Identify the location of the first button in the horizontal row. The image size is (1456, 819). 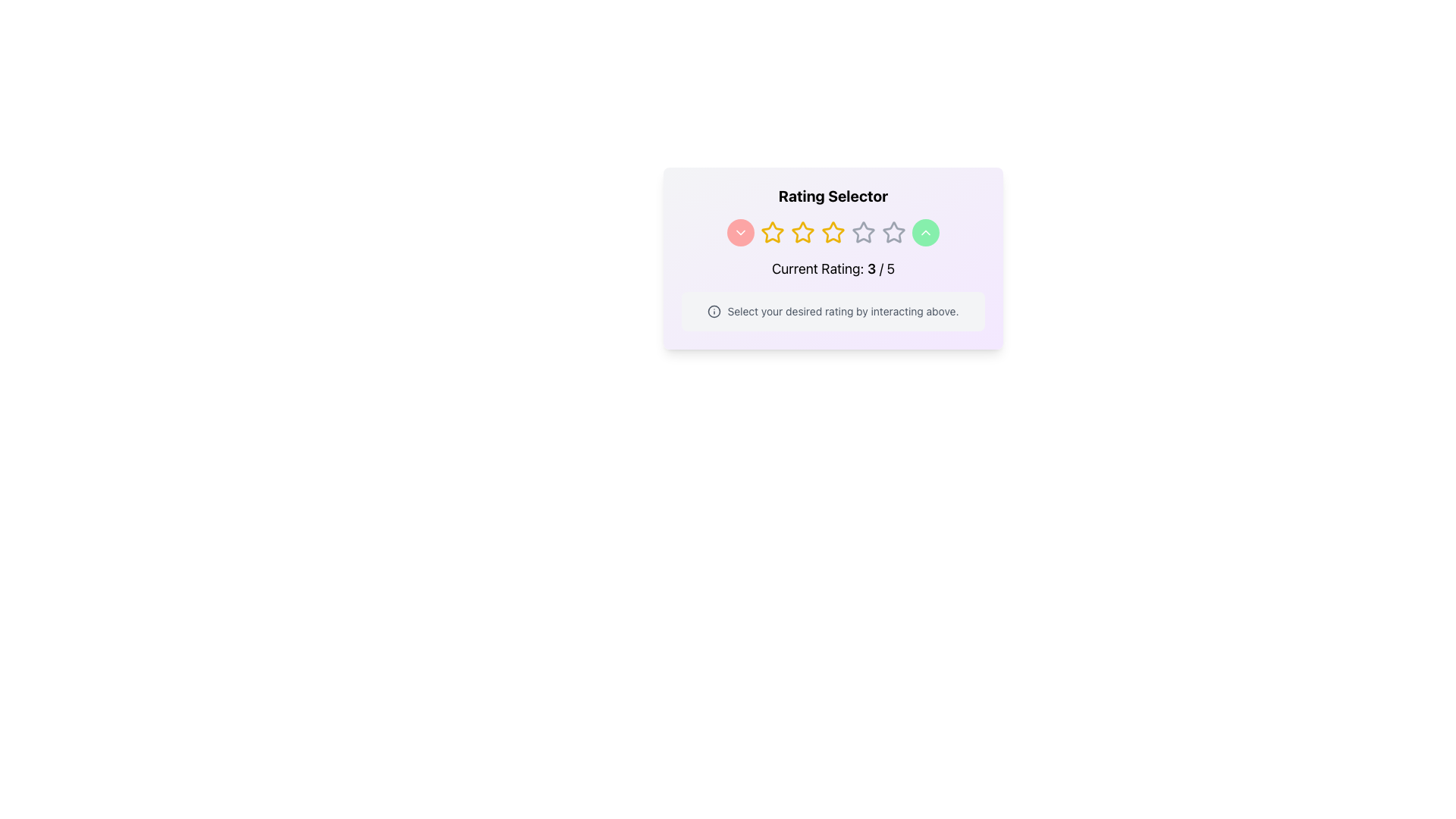
(741, 233).